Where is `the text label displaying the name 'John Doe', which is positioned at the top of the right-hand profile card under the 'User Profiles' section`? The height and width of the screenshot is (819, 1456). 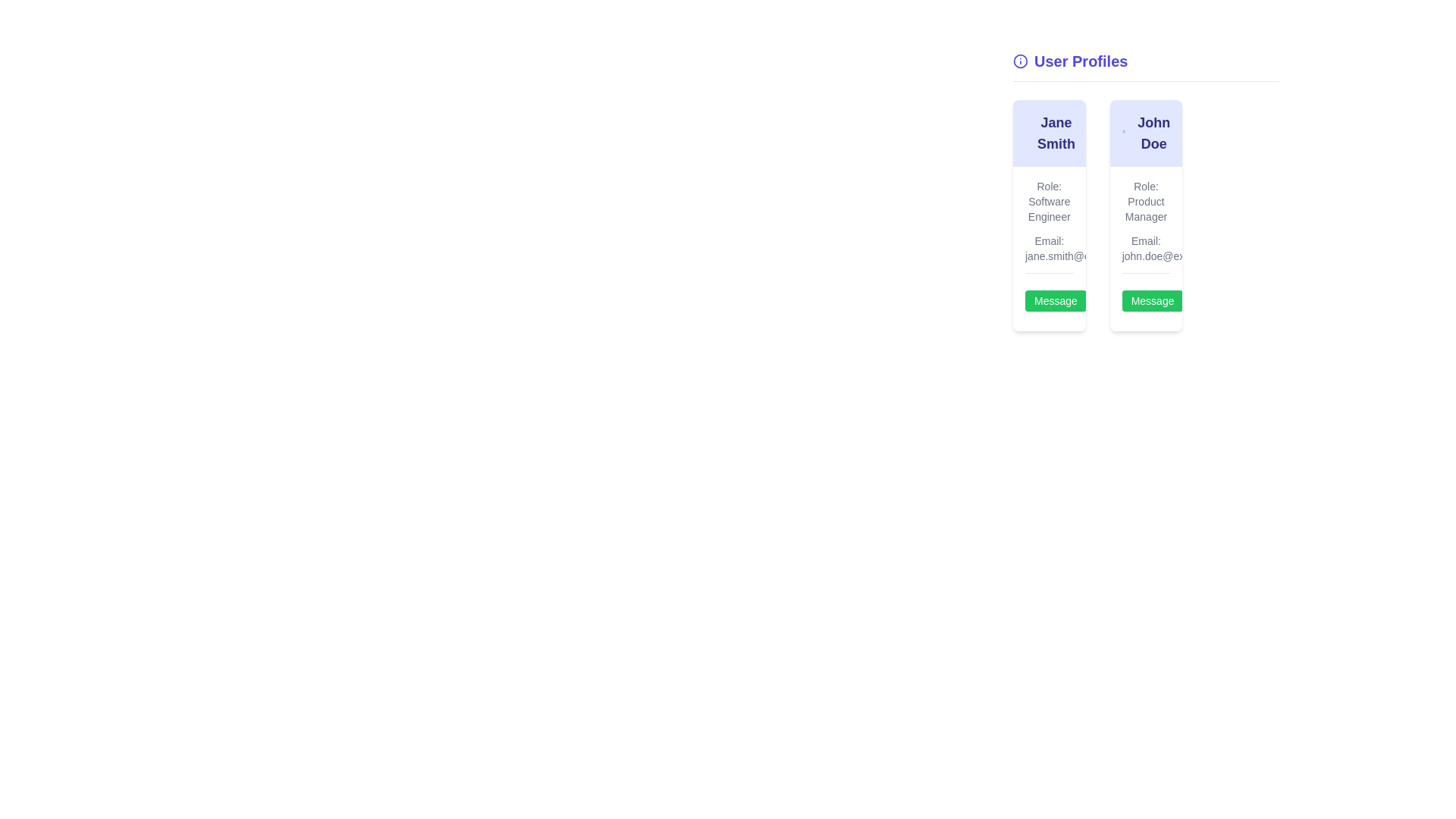
the text label displaying the name 'John Doe', which is positioned at the top of the right-hand profile card under the 'User Profiles' section is located at coordinates (1153, 133).